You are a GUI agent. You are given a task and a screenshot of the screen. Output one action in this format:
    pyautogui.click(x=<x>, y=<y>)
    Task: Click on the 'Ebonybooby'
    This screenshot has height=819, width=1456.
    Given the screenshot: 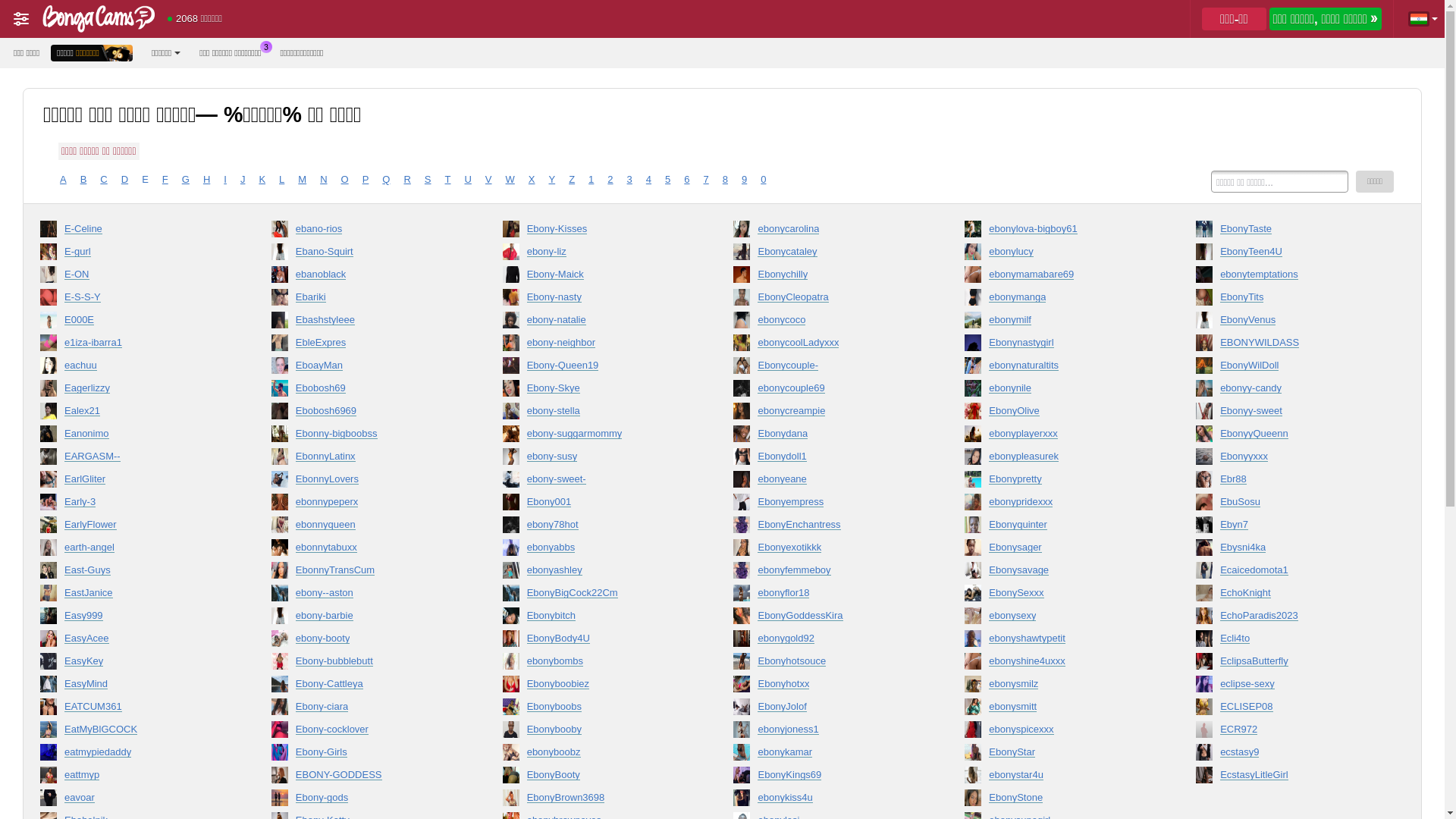 What is the action you would take?
    pyautogui.click(x=502, y=731)
    